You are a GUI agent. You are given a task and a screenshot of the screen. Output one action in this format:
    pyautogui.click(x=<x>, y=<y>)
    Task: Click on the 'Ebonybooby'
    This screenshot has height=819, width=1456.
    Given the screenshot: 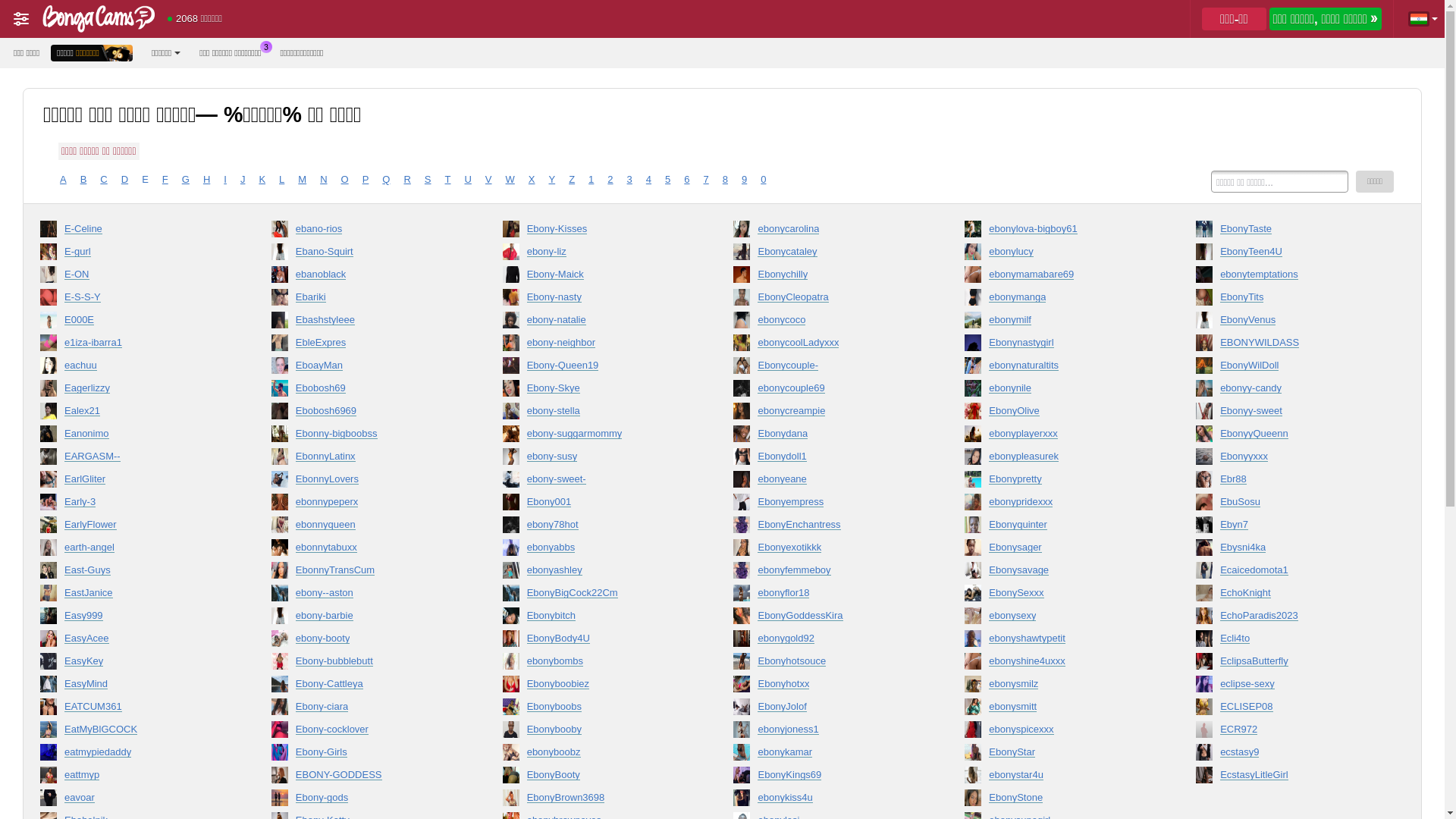 What is the action you would take?
    pyautogui.click(x=502, y=731)
    